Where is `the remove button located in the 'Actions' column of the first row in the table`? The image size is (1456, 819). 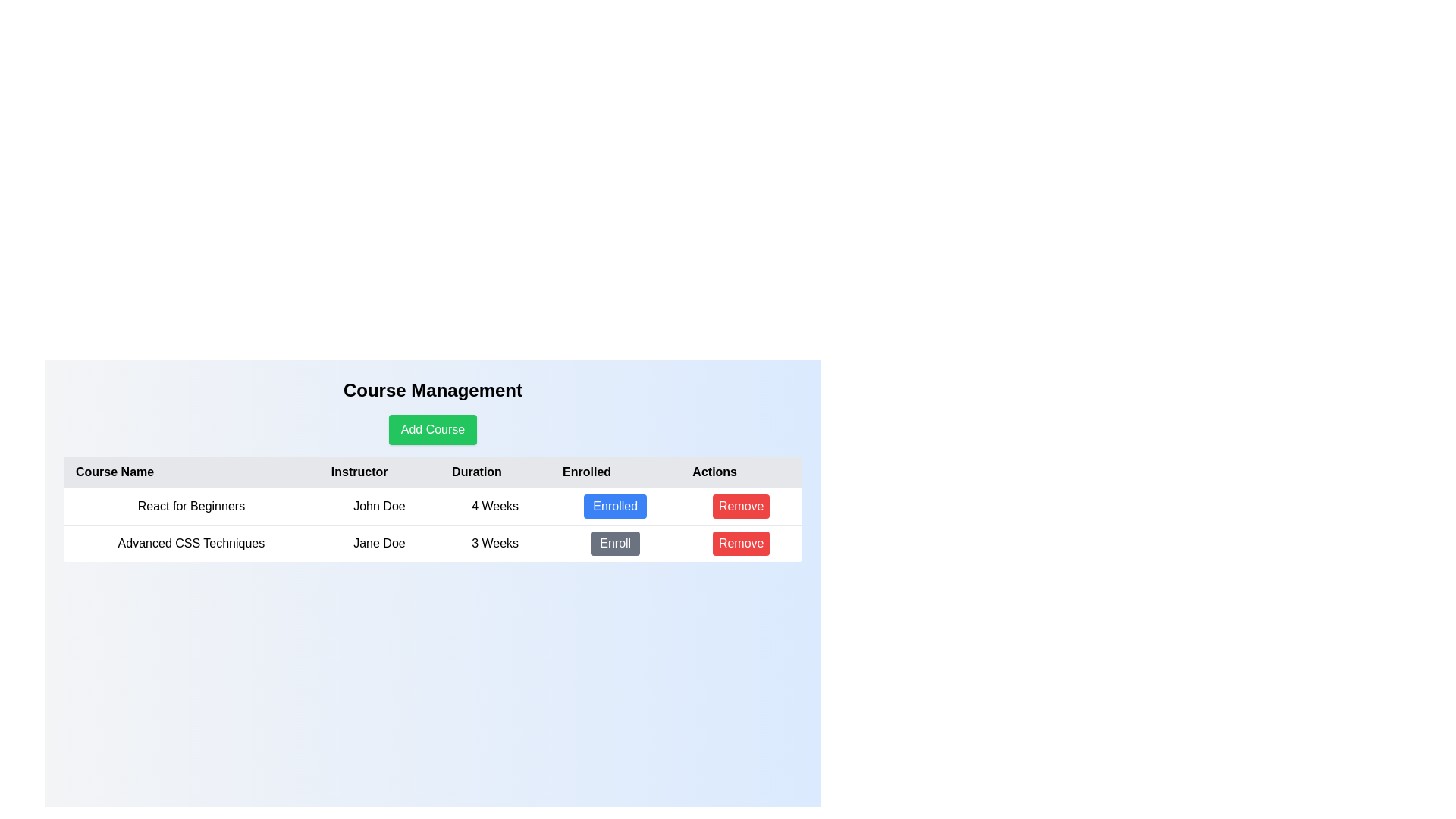 the remove button located in the 'Actions' column of the first row in the table is located at coordinates (741, 506).